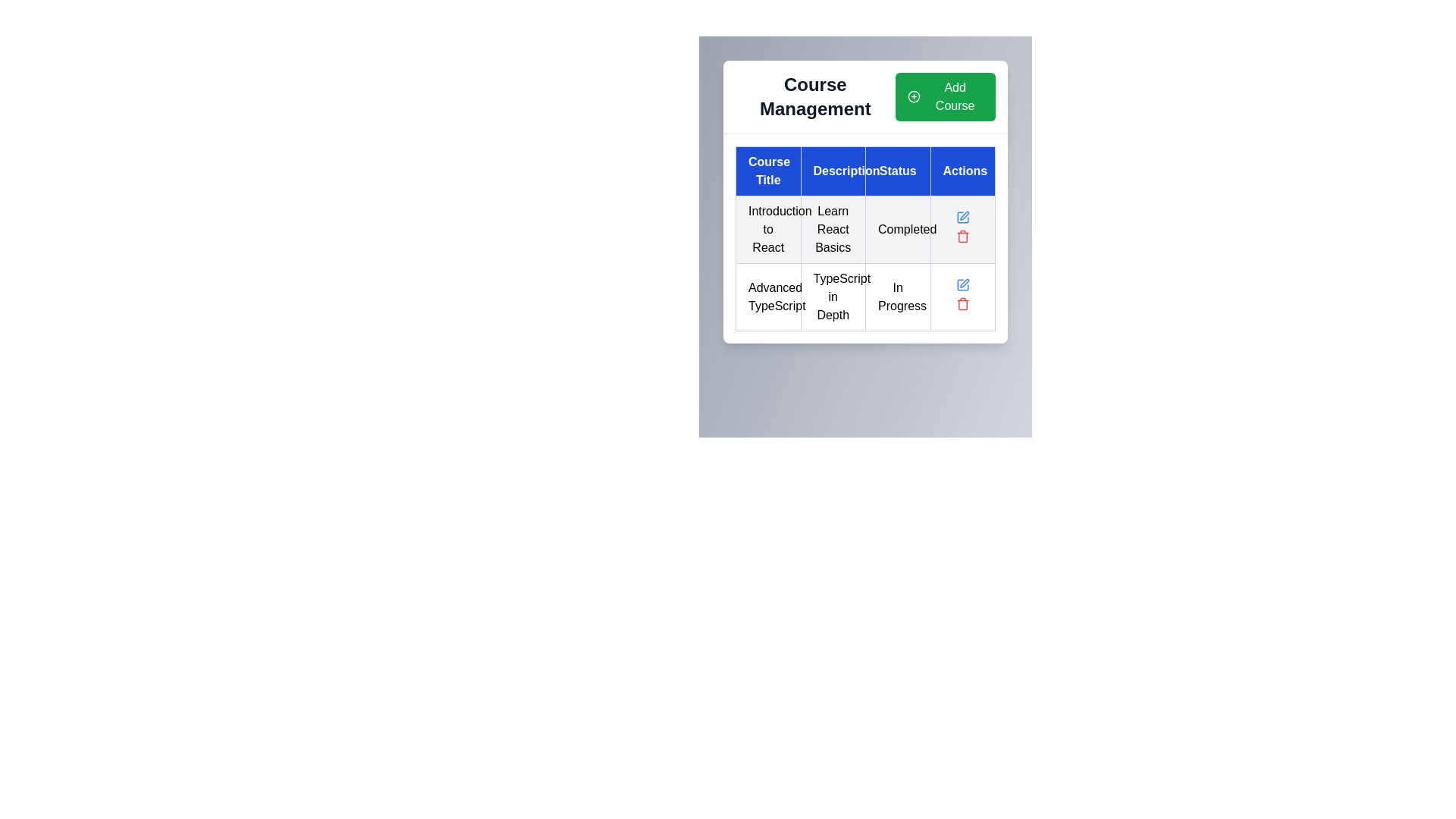 The image size is (1456, 819). Describe the element at coordinates (865, 297) in the screenshot. I see `the second row in the table under the 'Course Management' section, which contains the texts 'Advanced TypeScript', 'TypeScript in Depth', and 'In Progress'` at that location.